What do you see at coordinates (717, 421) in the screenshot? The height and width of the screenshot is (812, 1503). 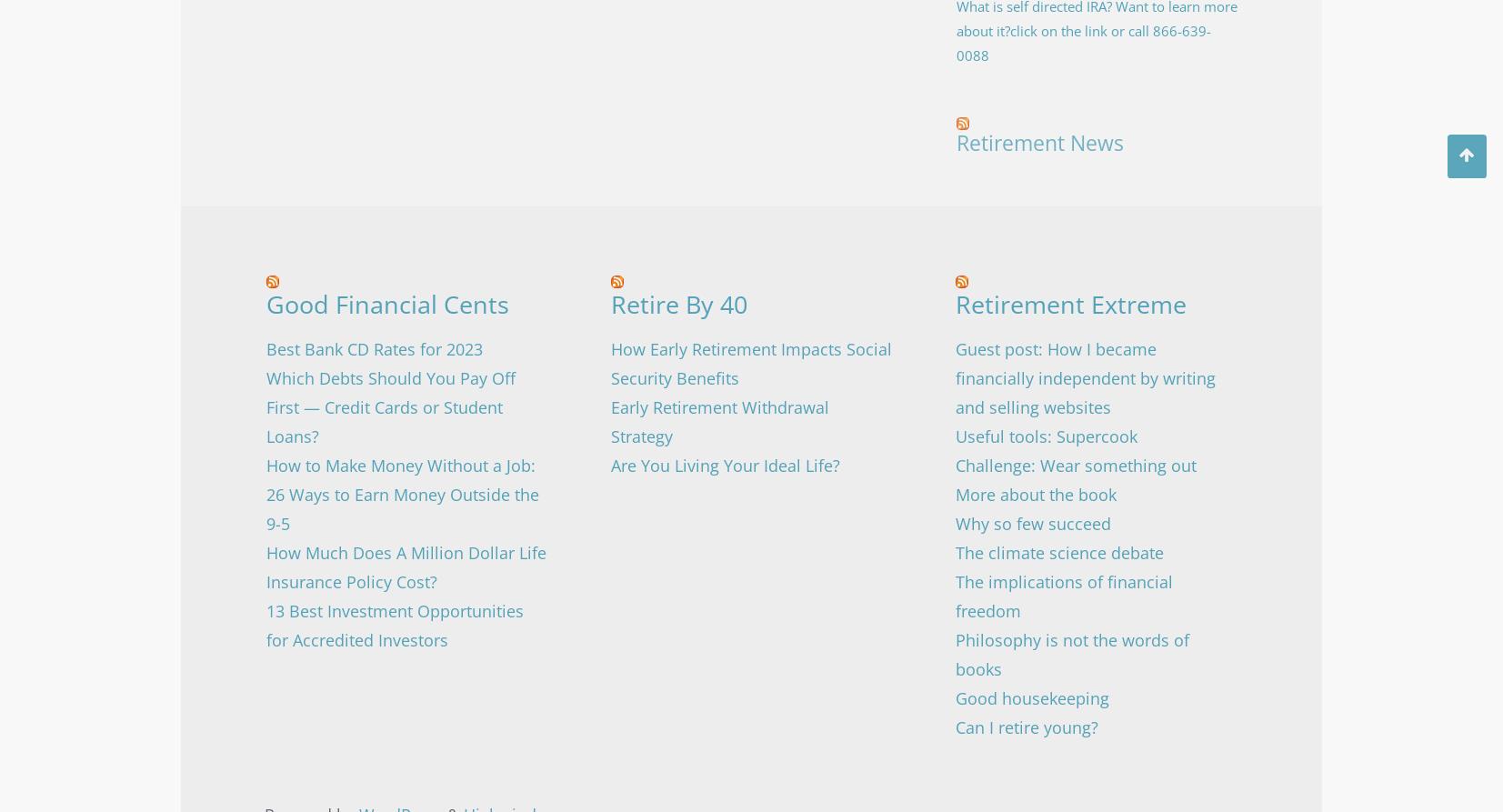 I see `'Early Retirement Withdrawal Strategy'` at bounding box center [717, 421].